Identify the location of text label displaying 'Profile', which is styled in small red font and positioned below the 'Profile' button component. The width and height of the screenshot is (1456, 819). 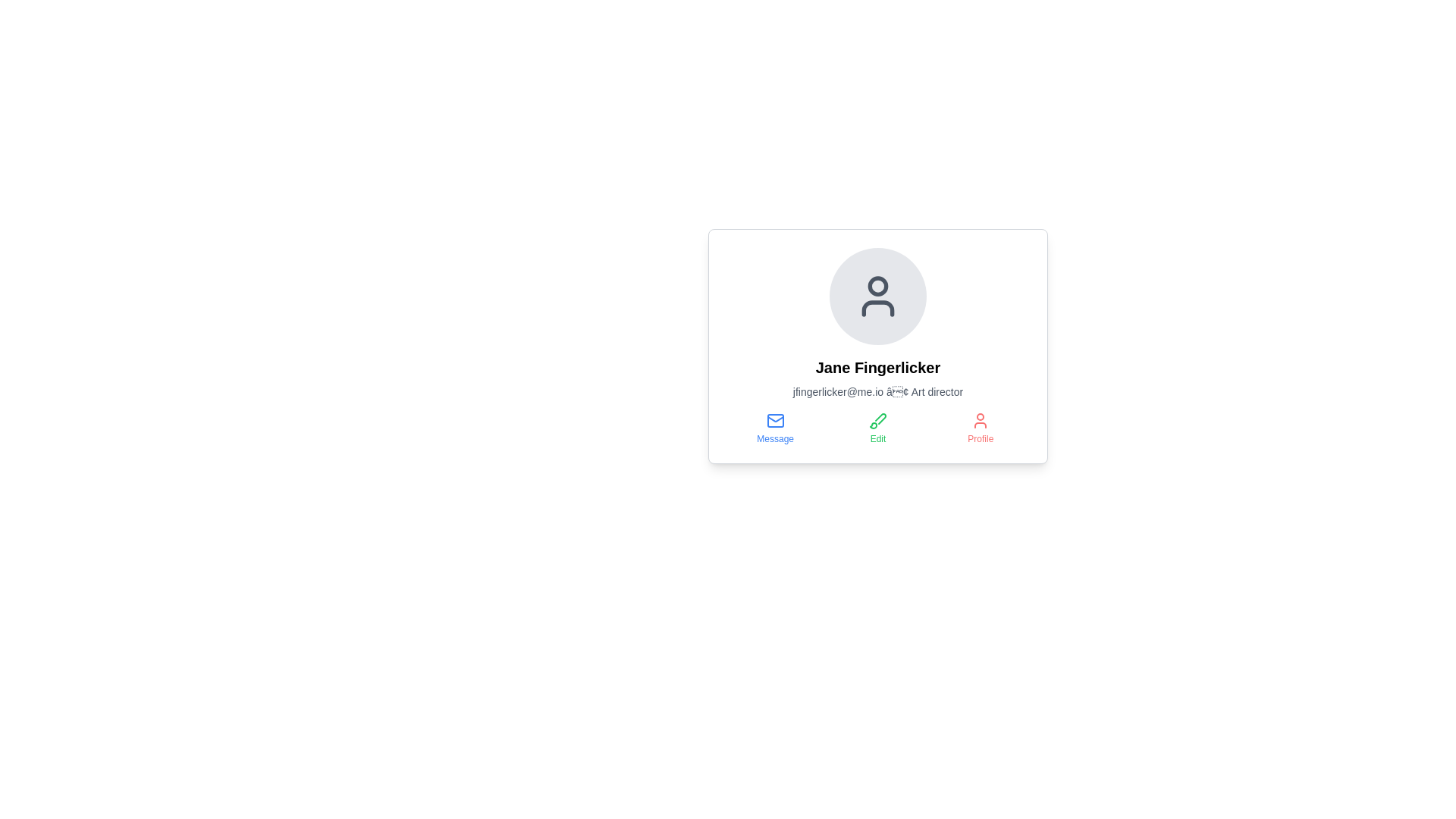
(981, 438).